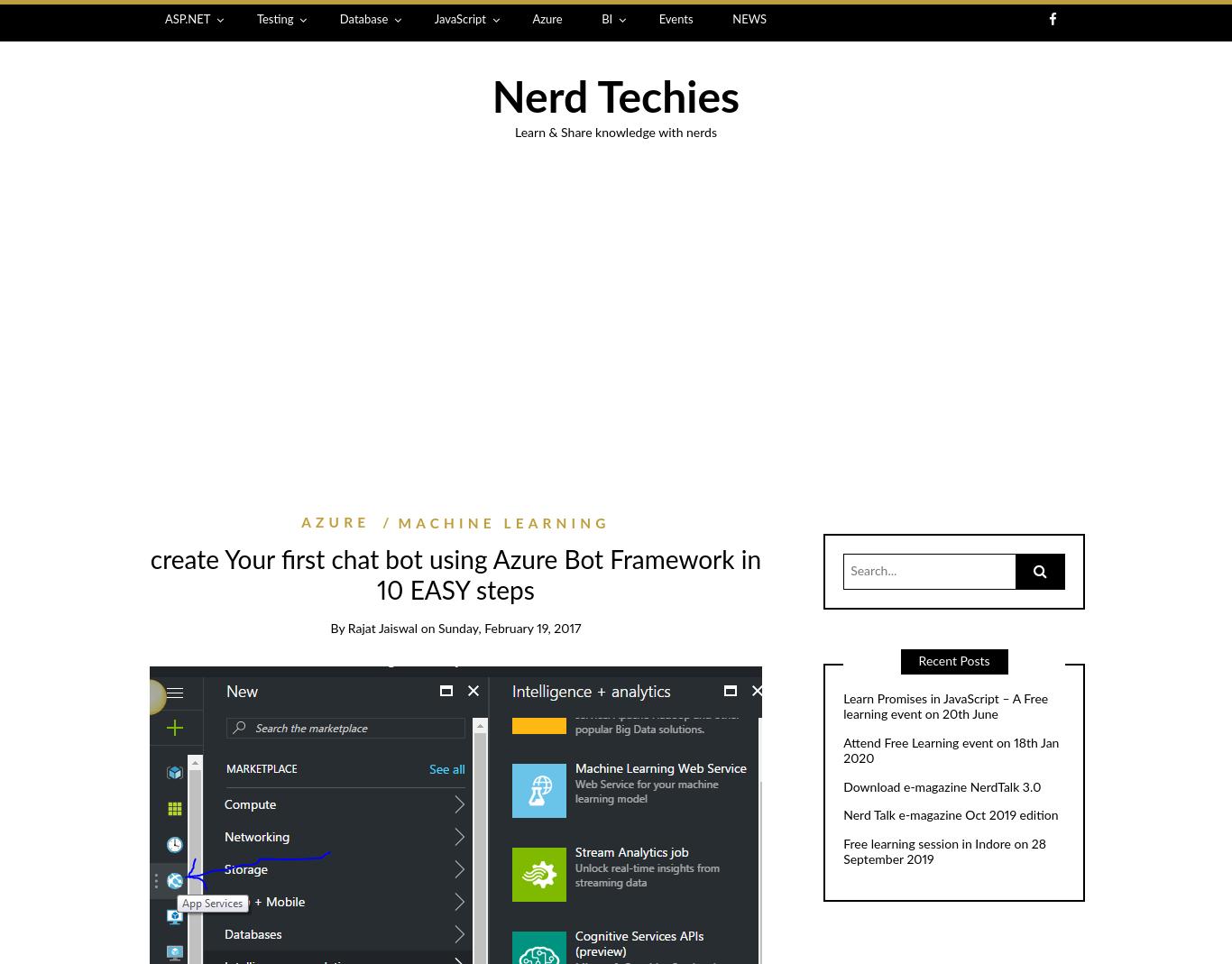  I want to click on 'Attend Free Learning event on 18th Jan 2020', so click(843, 750).